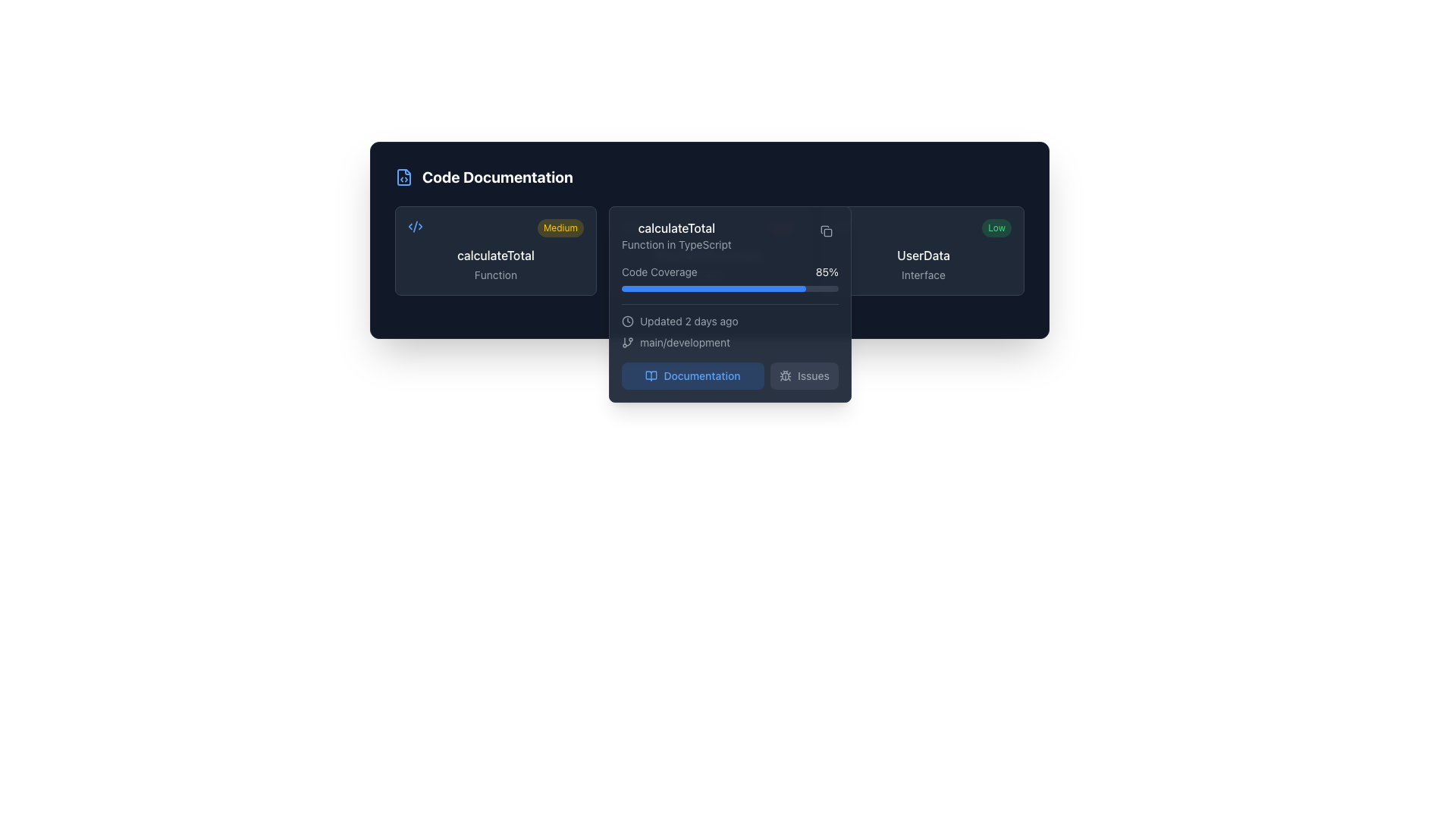 This screenshot has height=819, width=1456. I want to click on the Progress bar displaying 'Code Coverage' with a value of '85%', which is styled with a lighter text for the metric and a blue progress bar against a grey background, so click(730, 278).